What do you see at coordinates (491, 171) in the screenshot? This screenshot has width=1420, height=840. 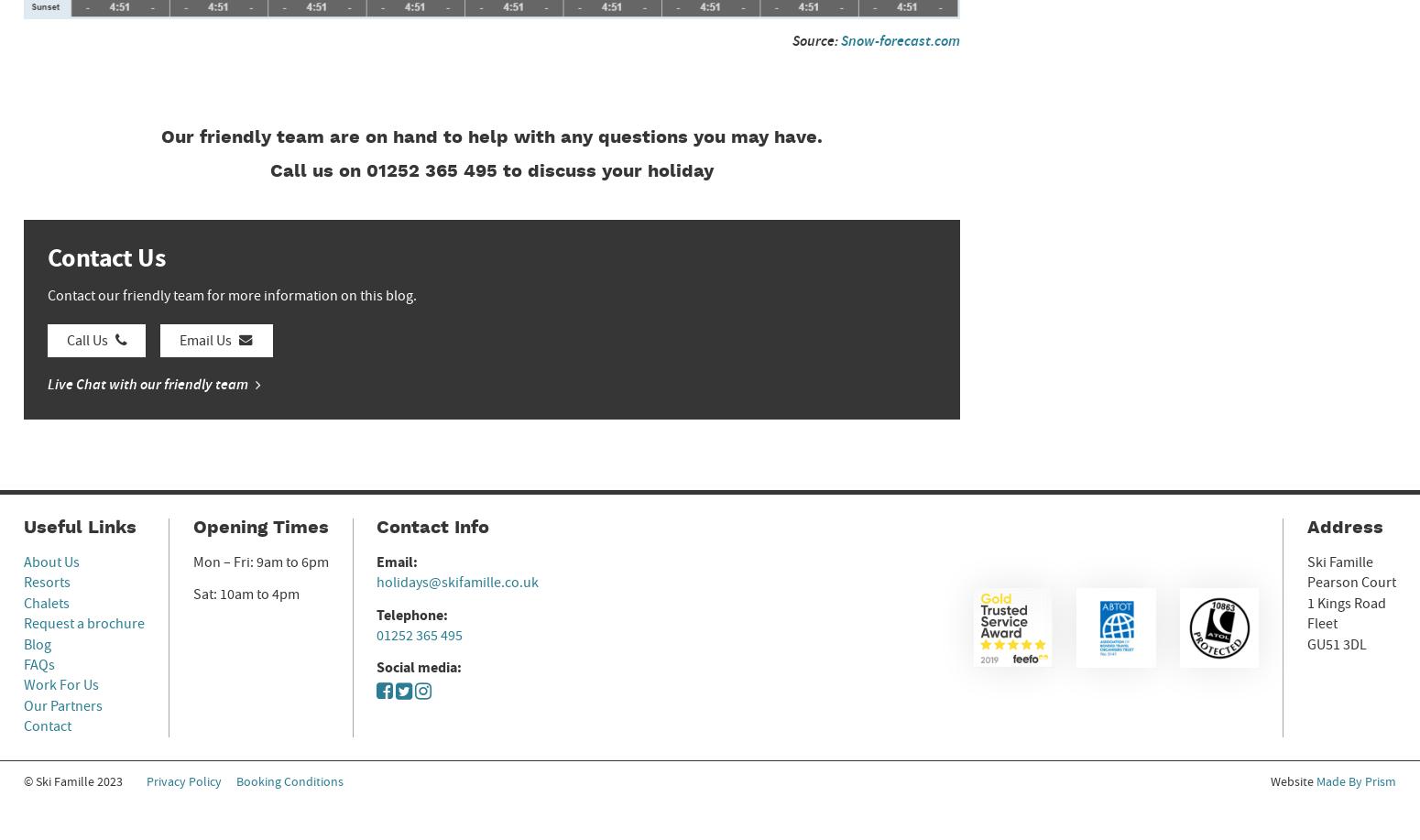 I see `'Call us on 01252 365 495 to discuss your holiday'` at bounding box center [491, 171].